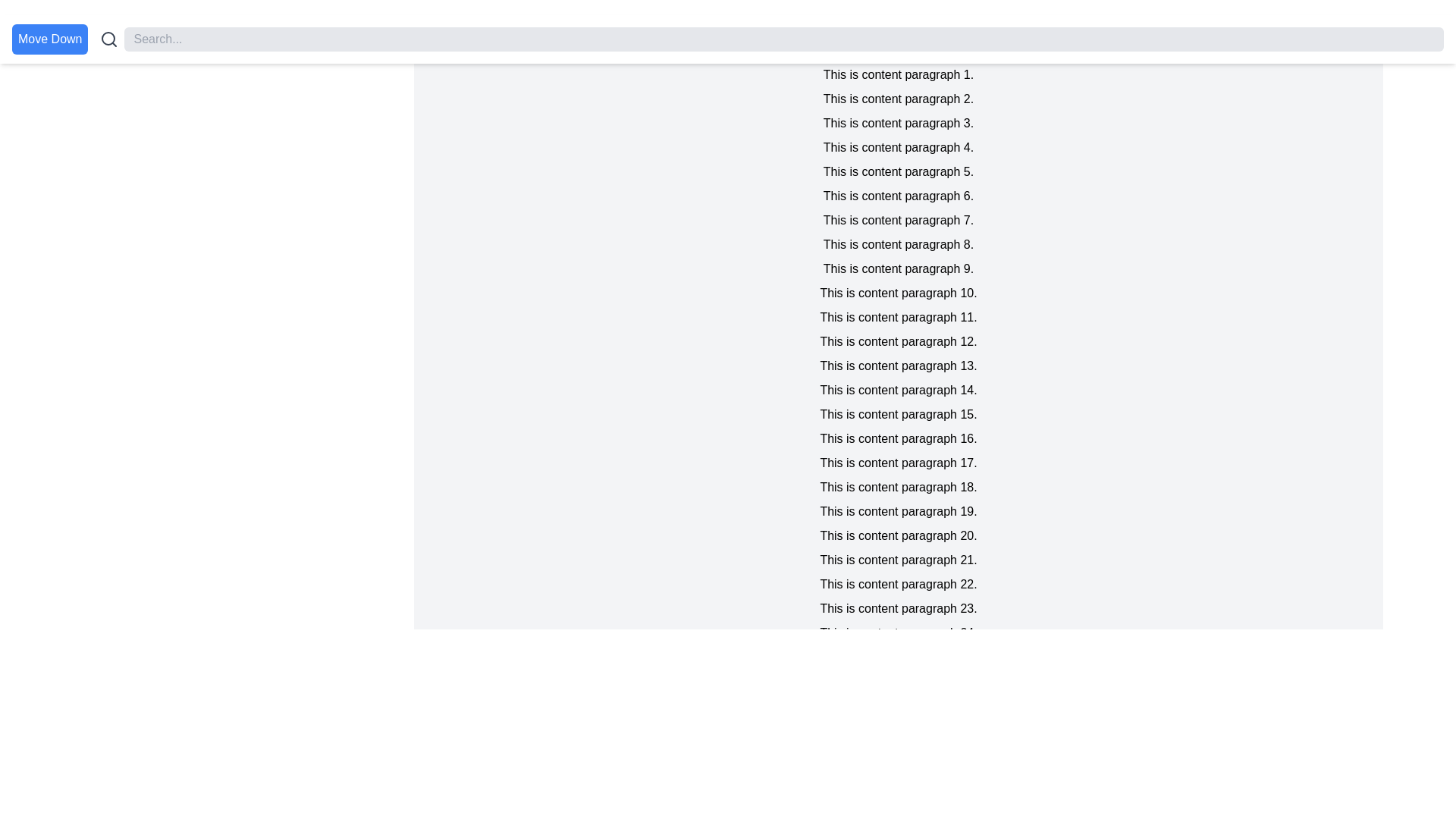  I want to click on the static text element displaying 'This is content paragraph 16.' which is the sixteenth paragraph in a vertically stacked list of similar paragraphs, so click(899, 438).